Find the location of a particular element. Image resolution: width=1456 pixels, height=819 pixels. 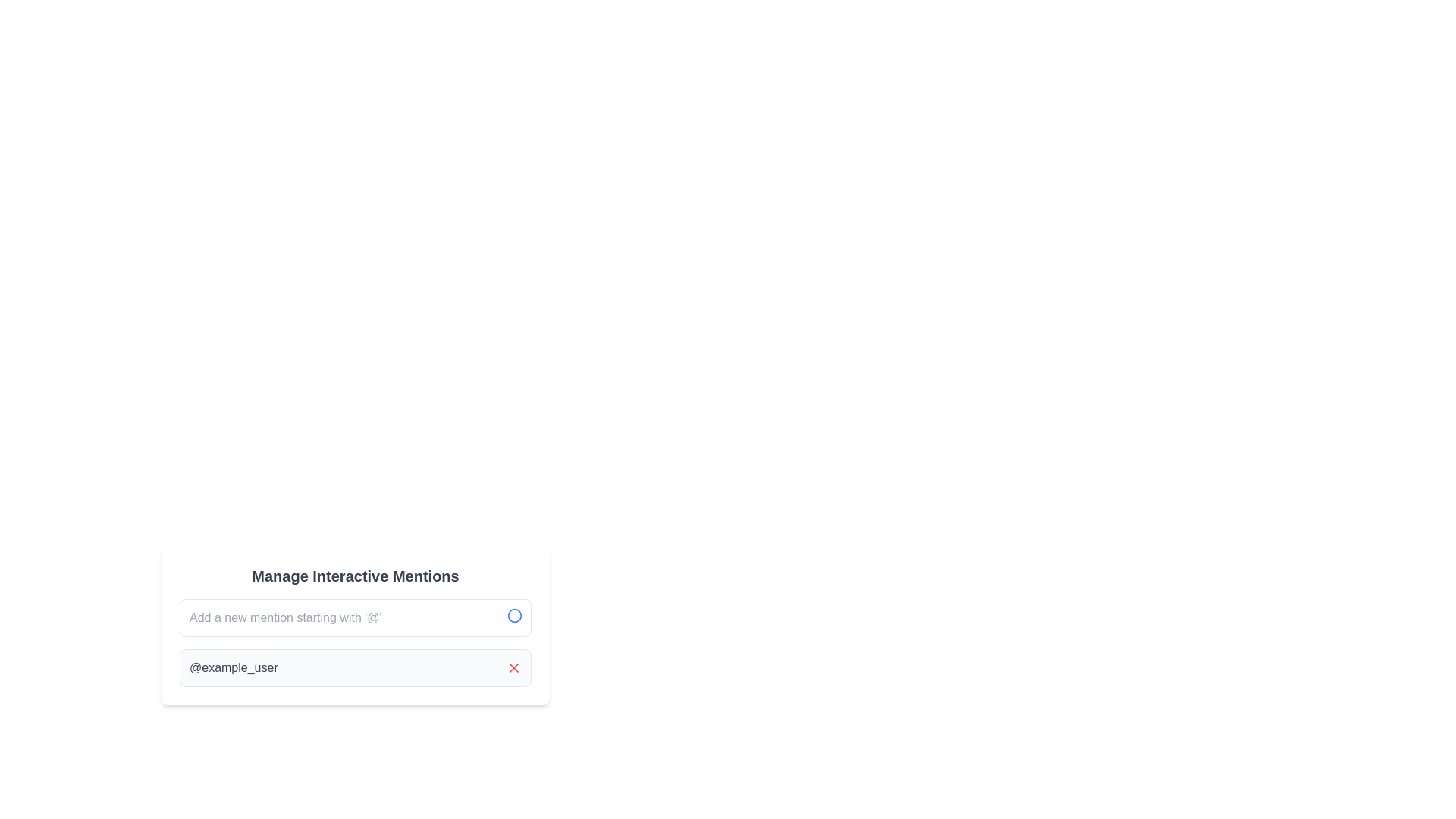

the circular blue icon with a hollow center and blue outline located at the top-right corner of the text input field is located at coordinates (514, 616).